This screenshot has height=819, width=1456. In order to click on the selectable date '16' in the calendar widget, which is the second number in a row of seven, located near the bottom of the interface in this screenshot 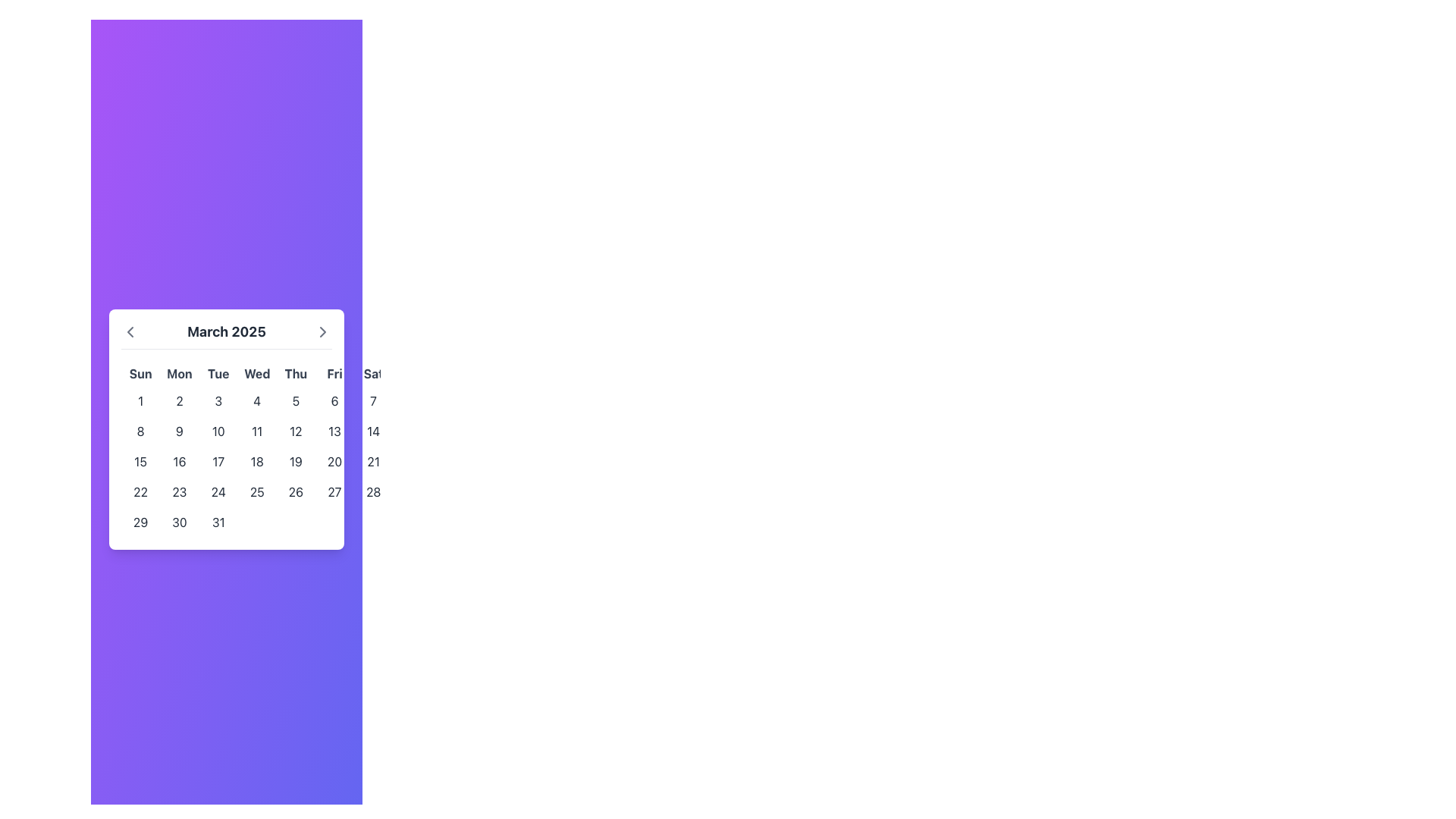, I will do `click(179, 460)`.